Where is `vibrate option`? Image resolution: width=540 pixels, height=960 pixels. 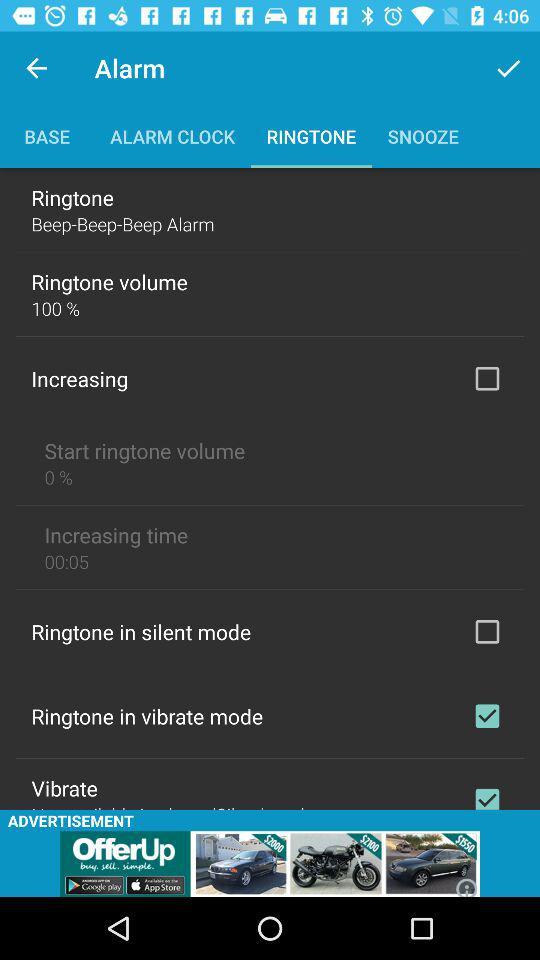 vibrate option is located at coordinates (486, 794).